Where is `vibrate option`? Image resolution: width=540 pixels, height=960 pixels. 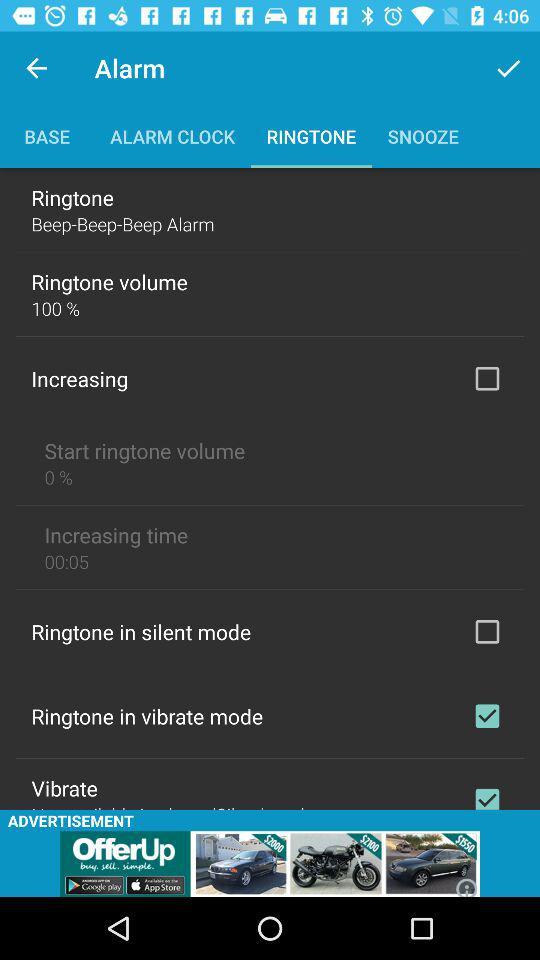 vibrate option is located at coordinates (486, 794).